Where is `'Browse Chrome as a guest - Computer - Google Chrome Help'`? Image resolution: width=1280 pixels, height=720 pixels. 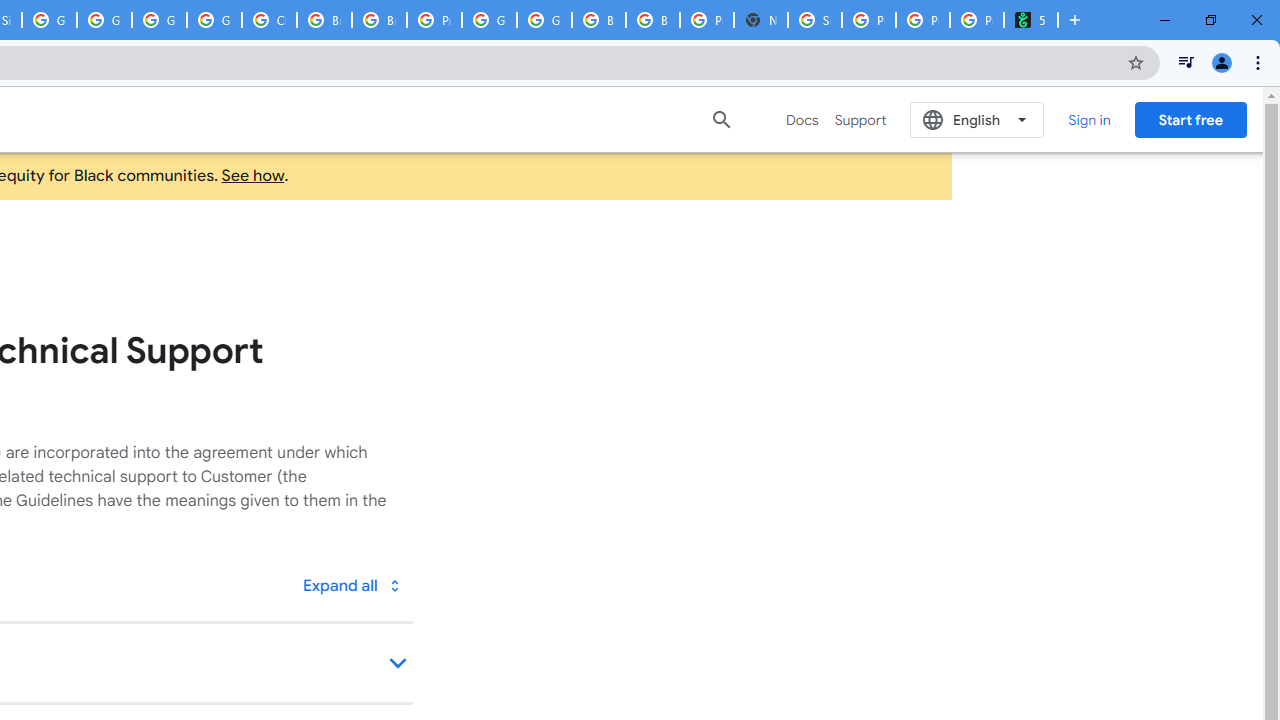
'Browse Chrome as a guest - Computer - Google Chrome Help' is located at coordinates (324, 20).